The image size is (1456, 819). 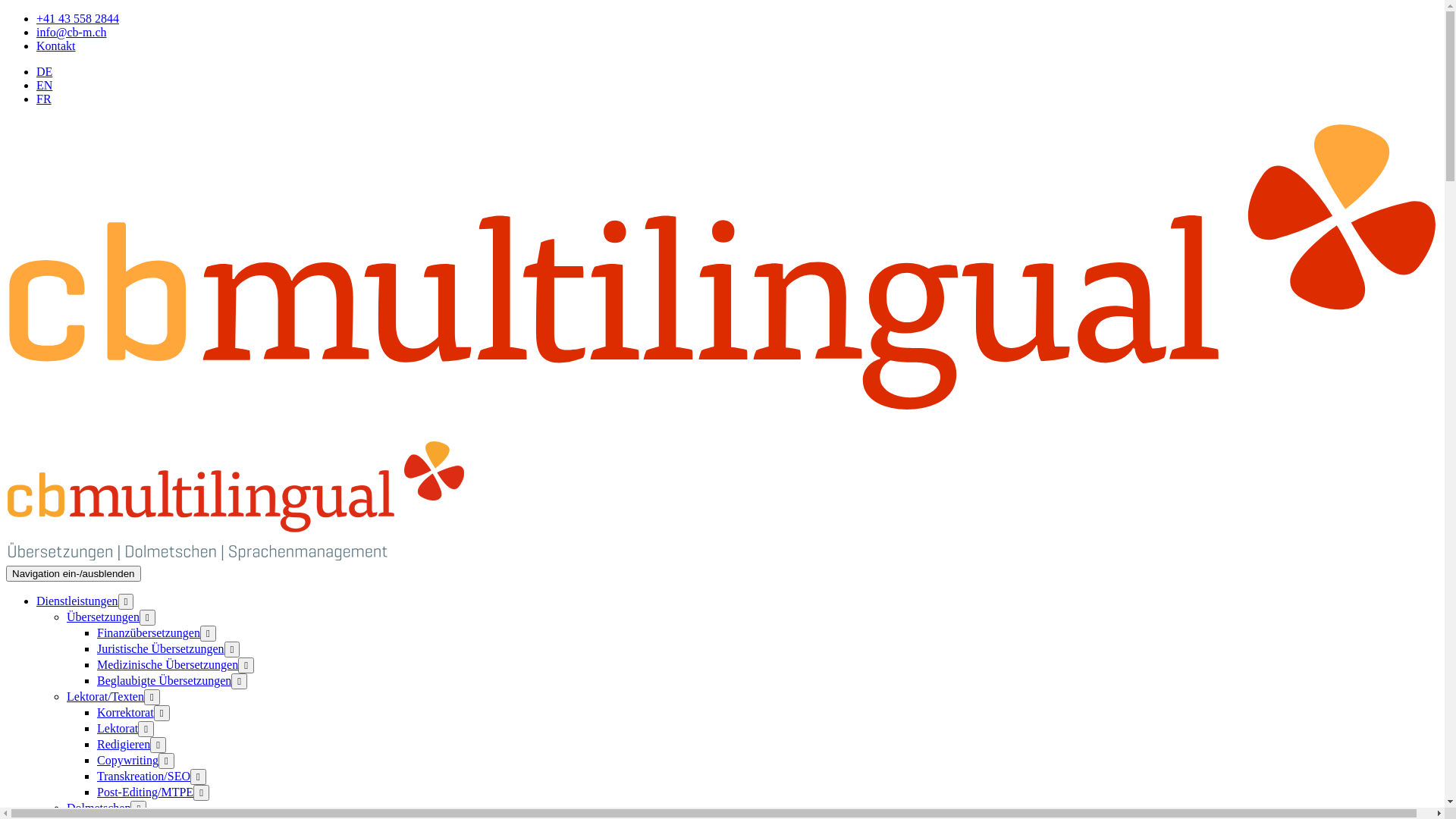 What do you see at coordinates (43, 99) in the screenshot?
I see `'FR'` at bounding box center [43, 99].